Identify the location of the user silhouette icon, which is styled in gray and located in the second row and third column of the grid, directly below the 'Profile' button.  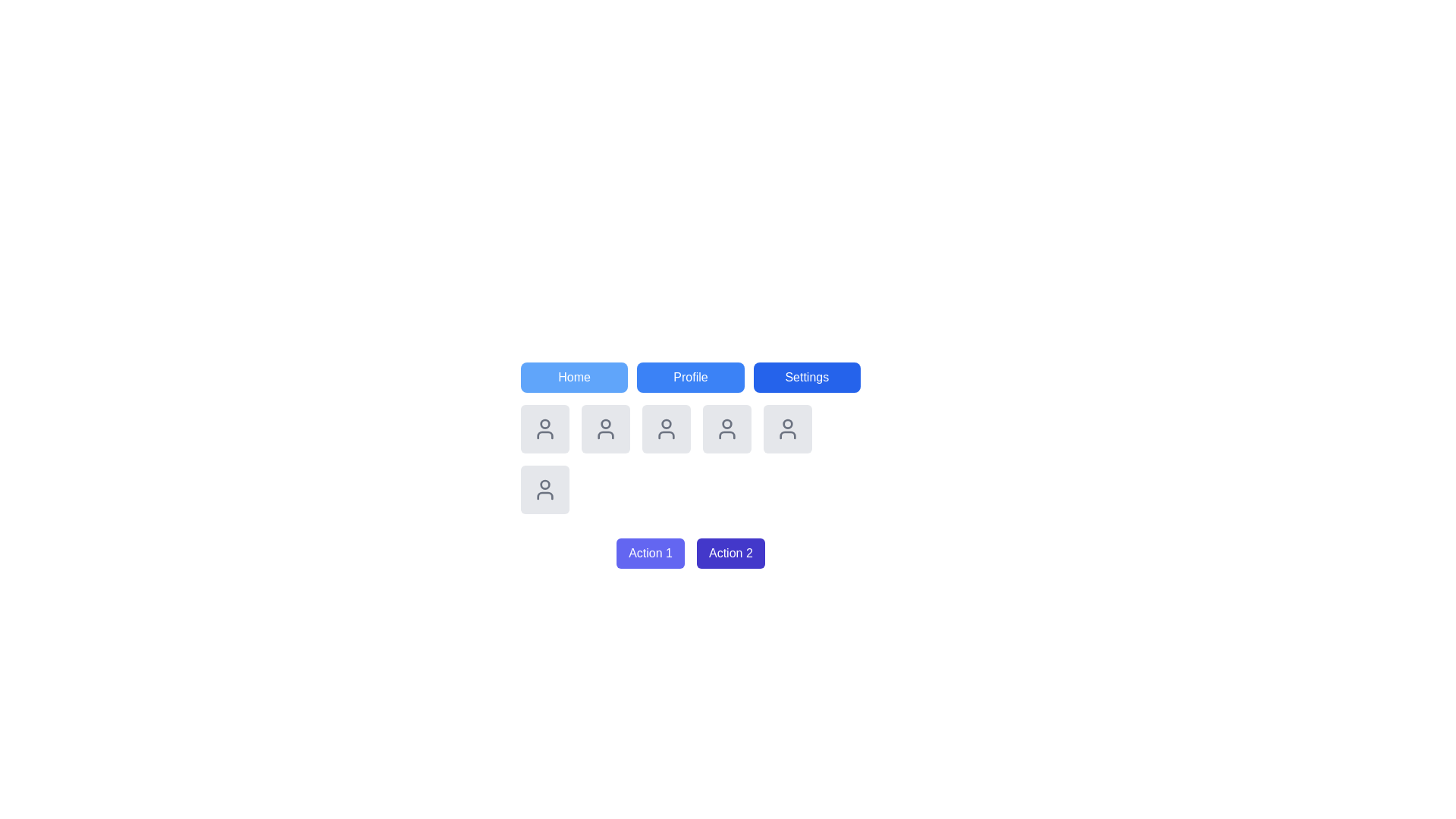
(726, 429).